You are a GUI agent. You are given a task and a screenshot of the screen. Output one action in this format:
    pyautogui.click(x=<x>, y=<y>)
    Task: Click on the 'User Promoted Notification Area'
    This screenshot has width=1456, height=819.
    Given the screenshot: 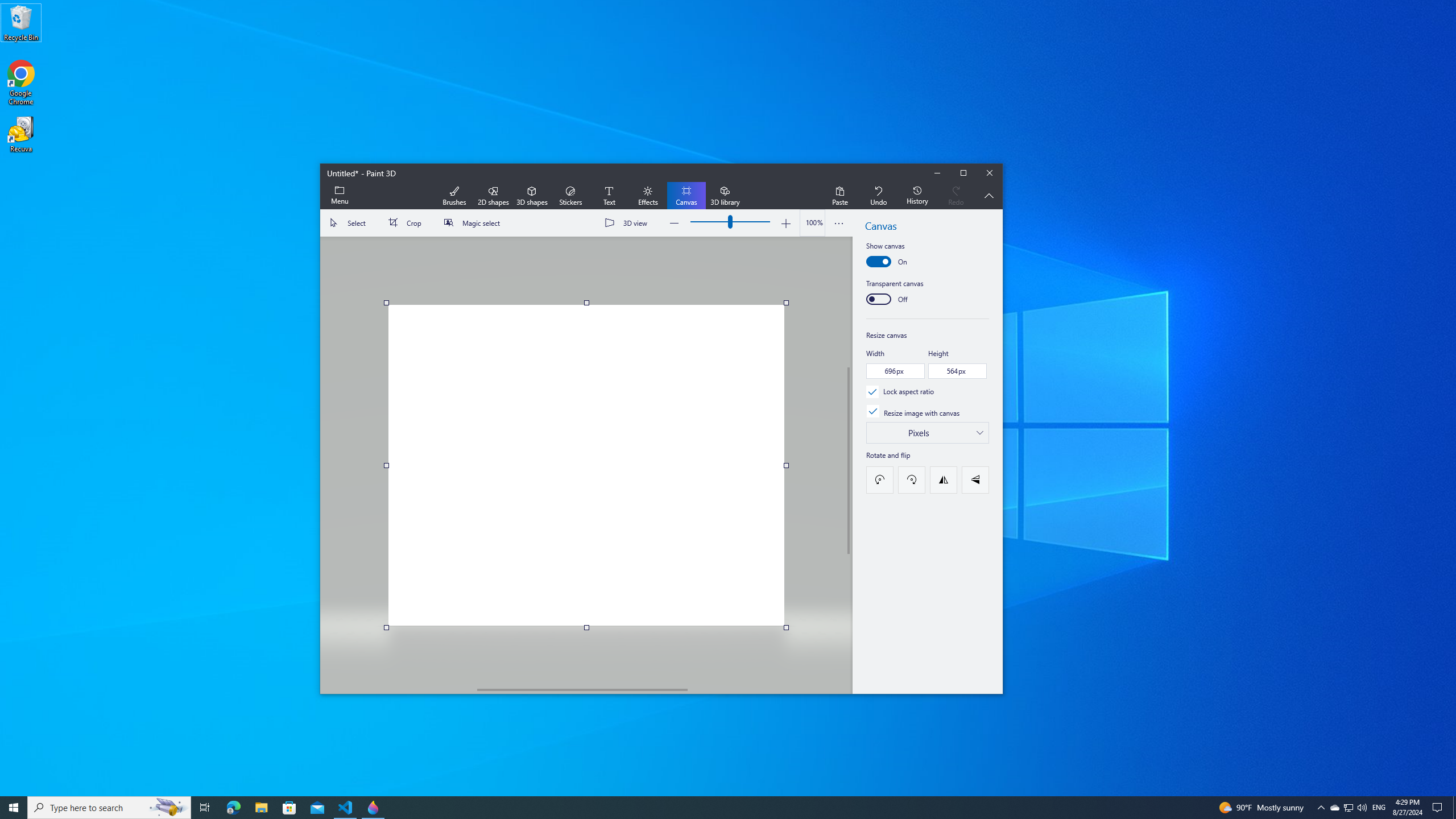 What is the action you would take?
    pyautogui.click(x=1347, y=806)
    